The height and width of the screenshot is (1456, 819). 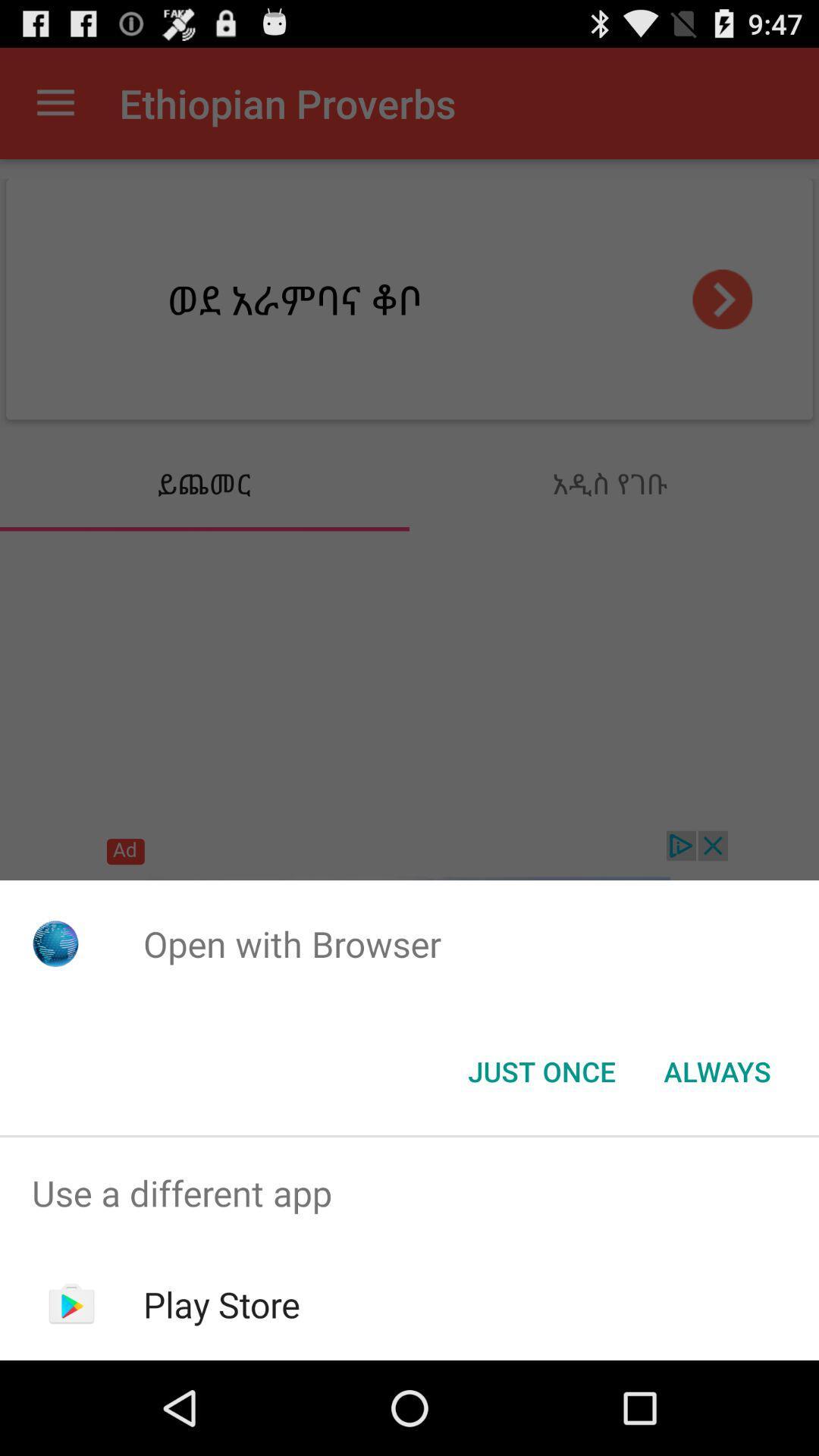 I want to click on button next to always icon, so click(x=541, y=1070).